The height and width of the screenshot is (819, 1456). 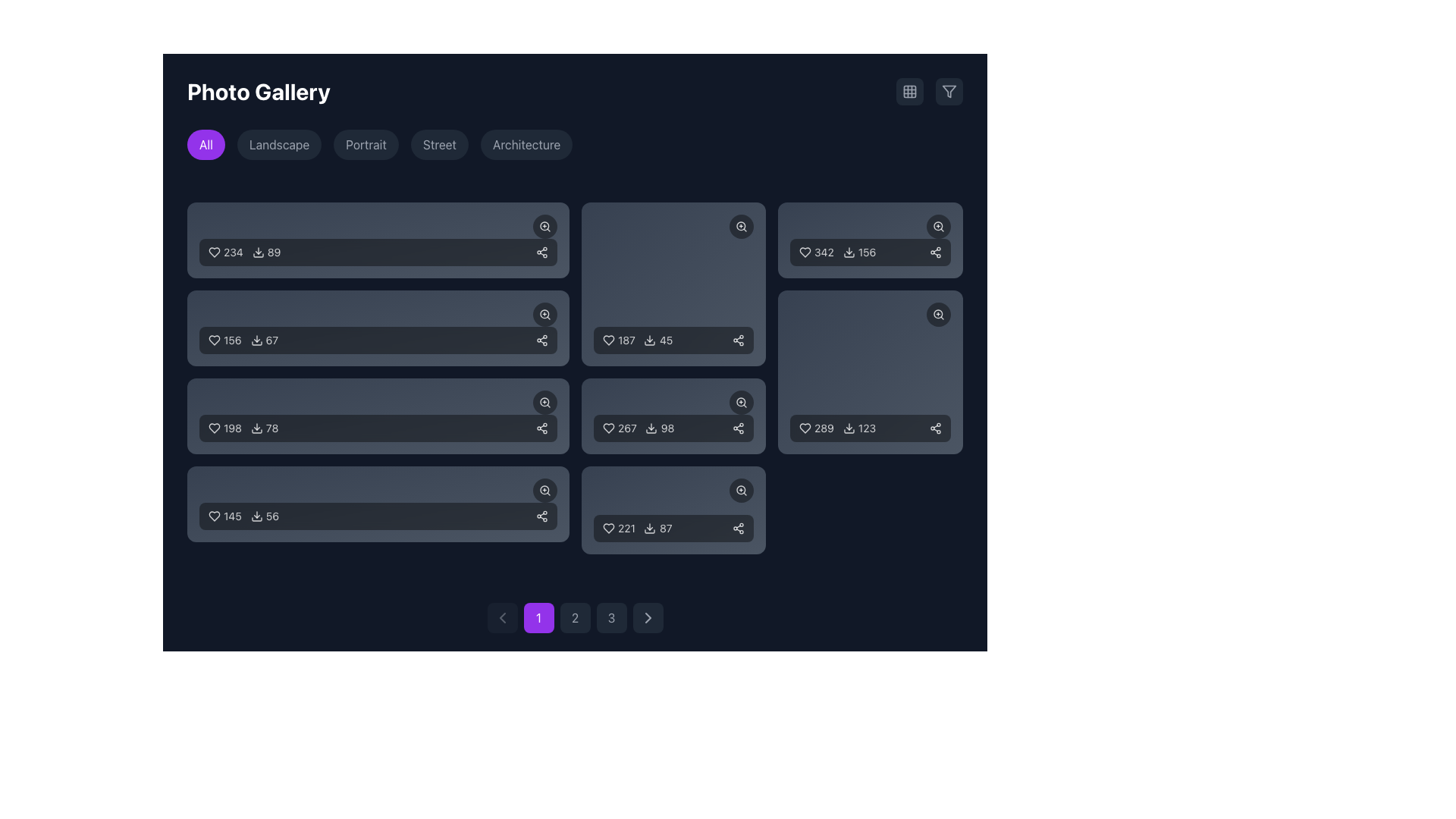 What do you see at coordinates (243, 339) in the screenshot?
I see `the heart icon in the interactive display component group that shows '156' likes, located in the second row of the gallery grid` at bounding box center [243, 339].